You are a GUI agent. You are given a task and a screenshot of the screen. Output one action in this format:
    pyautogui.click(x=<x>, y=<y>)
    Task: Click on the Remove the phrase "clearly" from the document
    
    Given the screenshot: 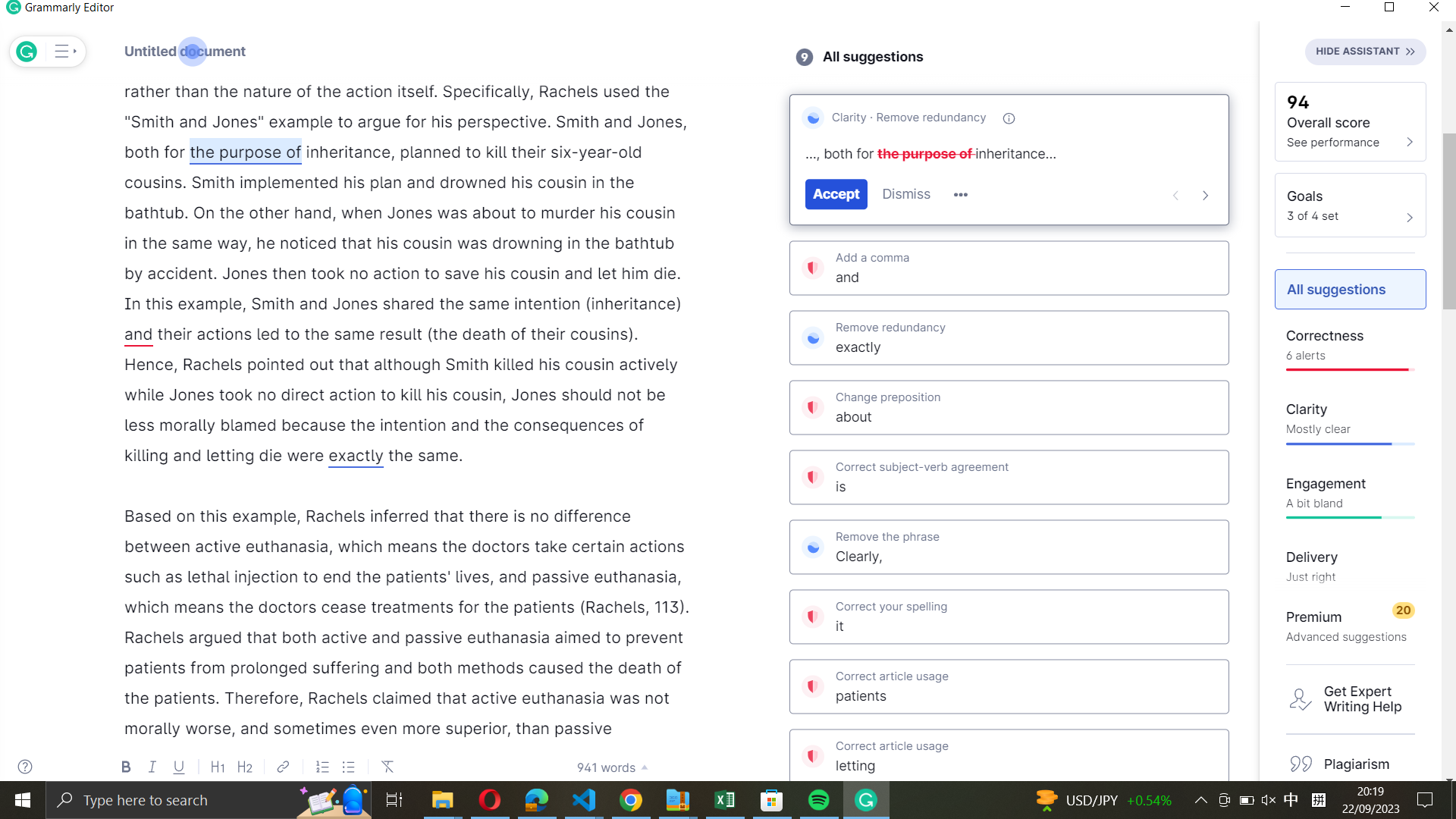 What is the action you would take?
    pyautogui.click(x=1009, y=544)
    